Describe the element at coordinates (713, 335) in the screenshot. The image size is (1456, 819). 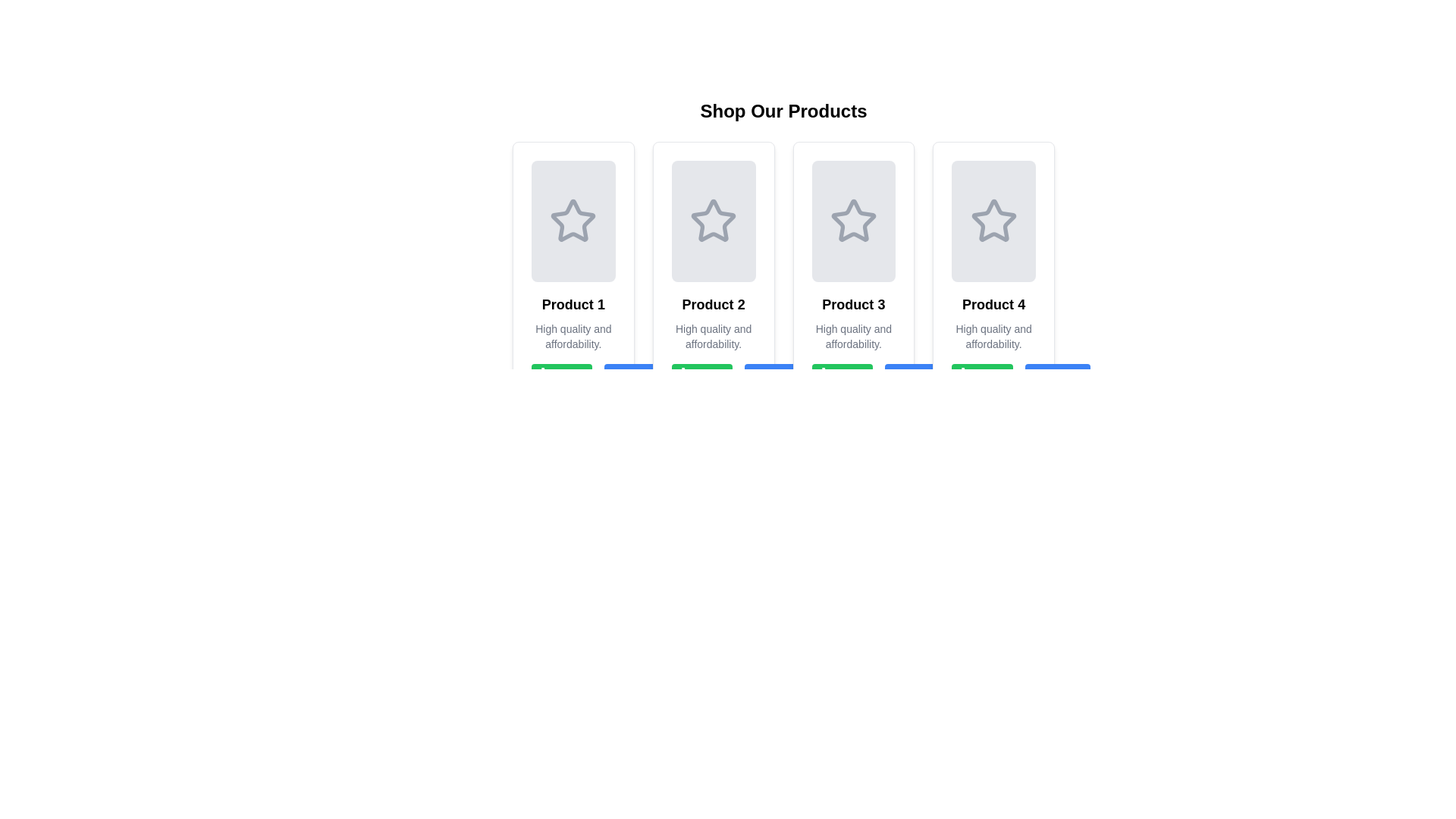
I see `the descriptive subtitle text label located in the card labeled 'Product 2', positioned below the title and above the action buttons` at that location.